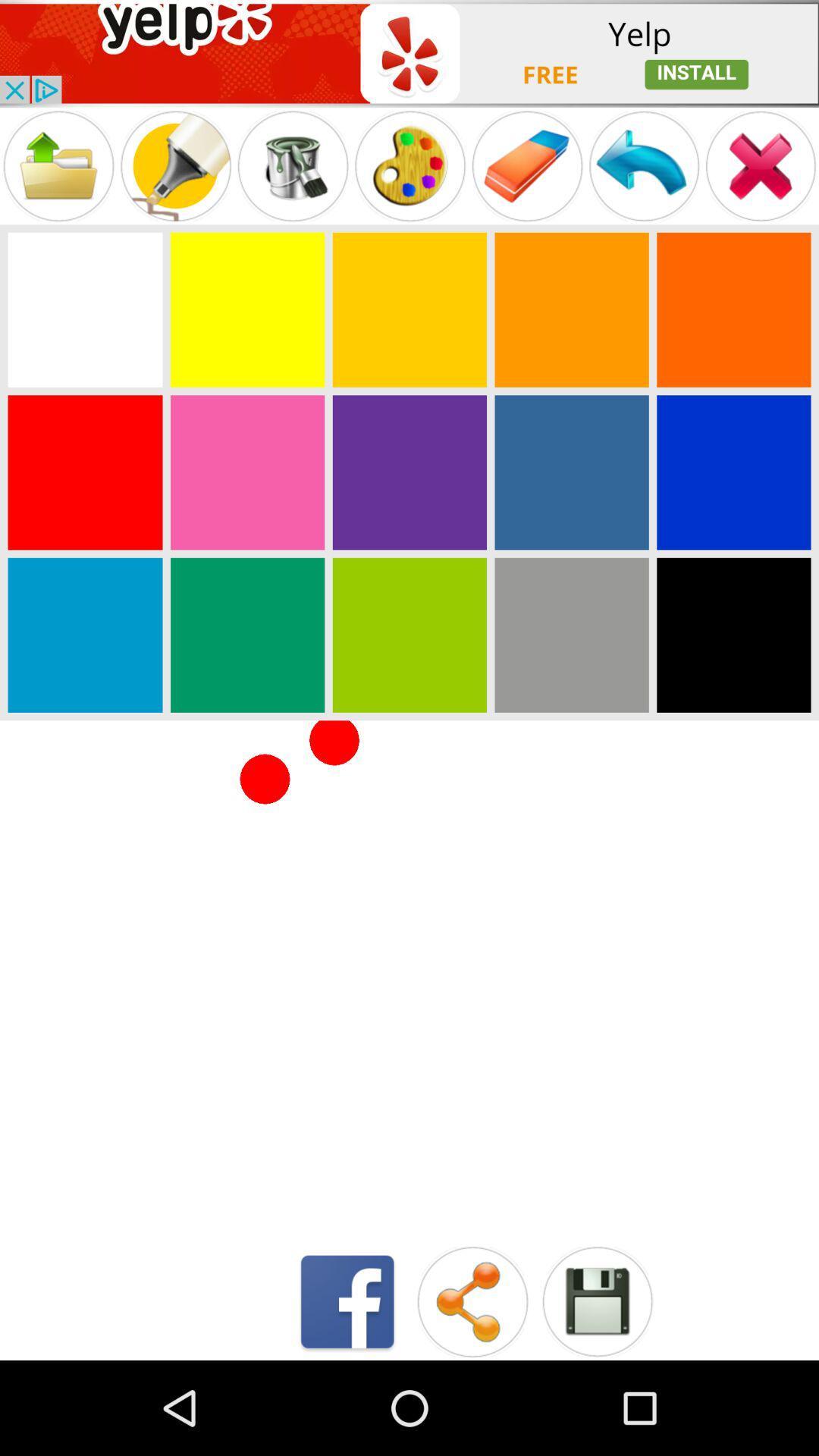  I want to click on switch to close, so click(761, 166).